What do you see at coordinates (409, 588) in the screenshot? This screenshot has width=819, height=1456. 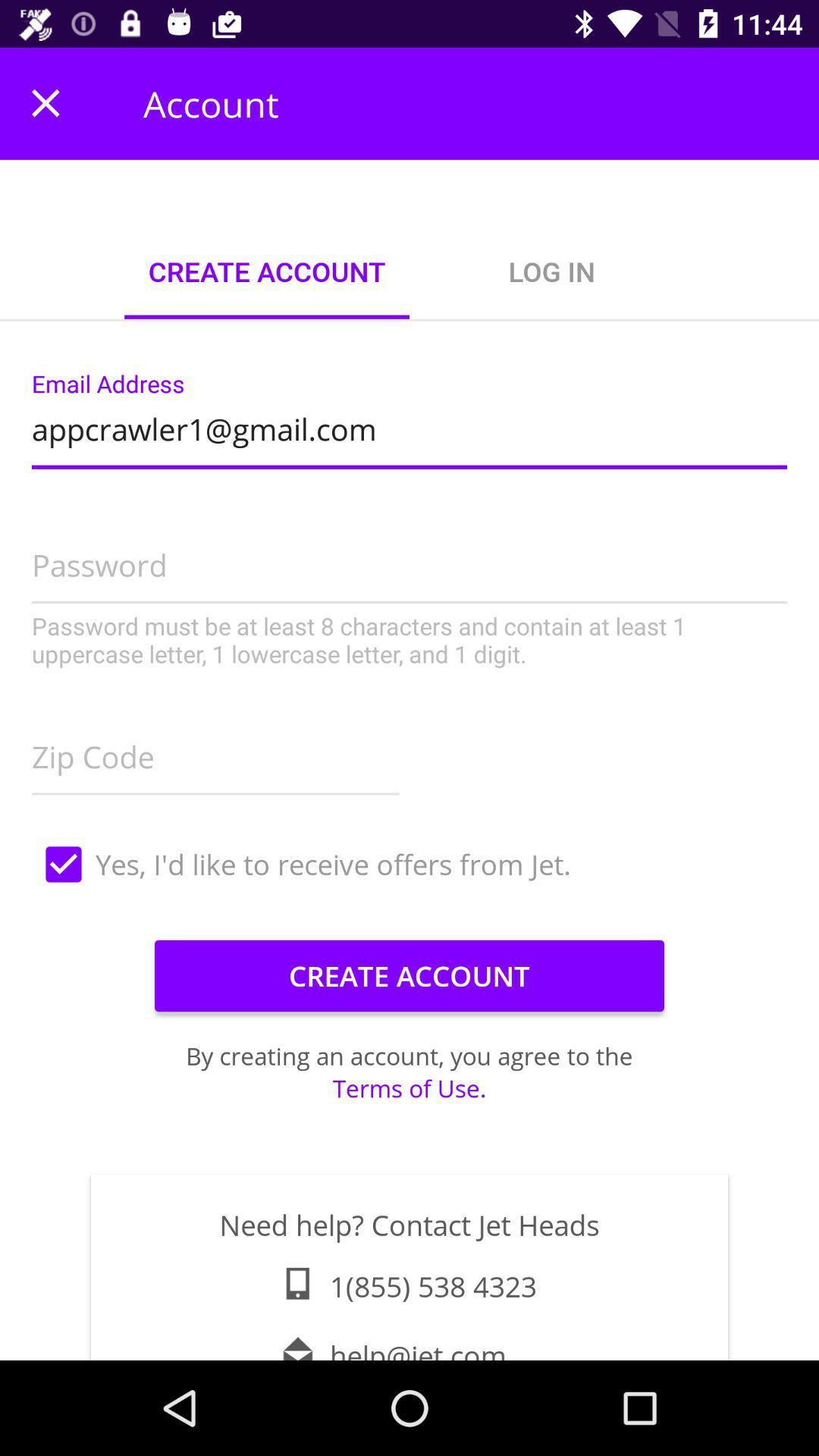 I see `the item below the appcrawler1@gmail.com item` at bounding box center [409, 588].